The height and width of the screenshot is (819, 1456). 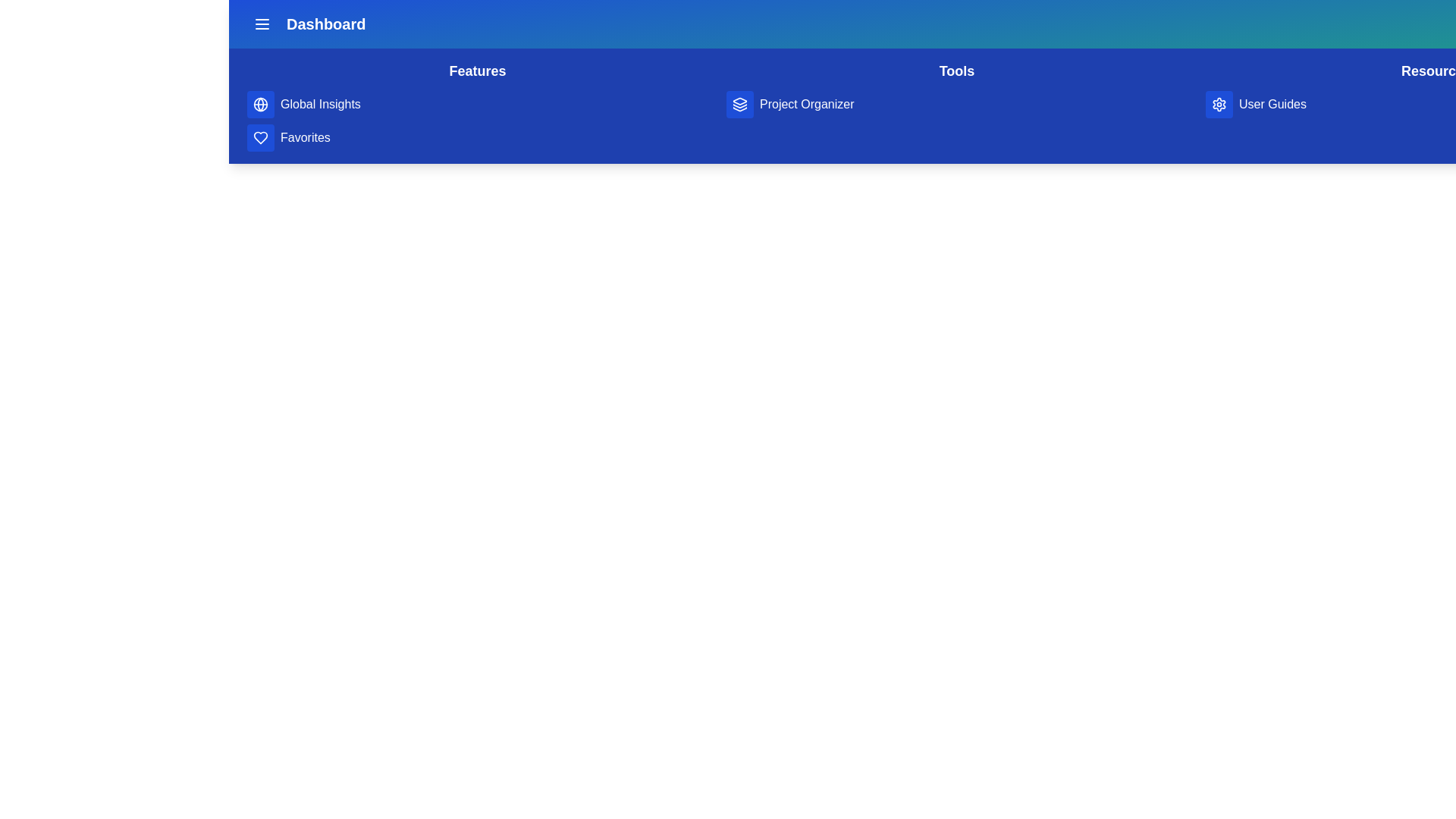 What do you see at coordinates (261, 104) in the screenshot?
I see `the navigational button located to the left of the 'Global Insights' text in the 'Features' section` at bounding box center [261, 104].